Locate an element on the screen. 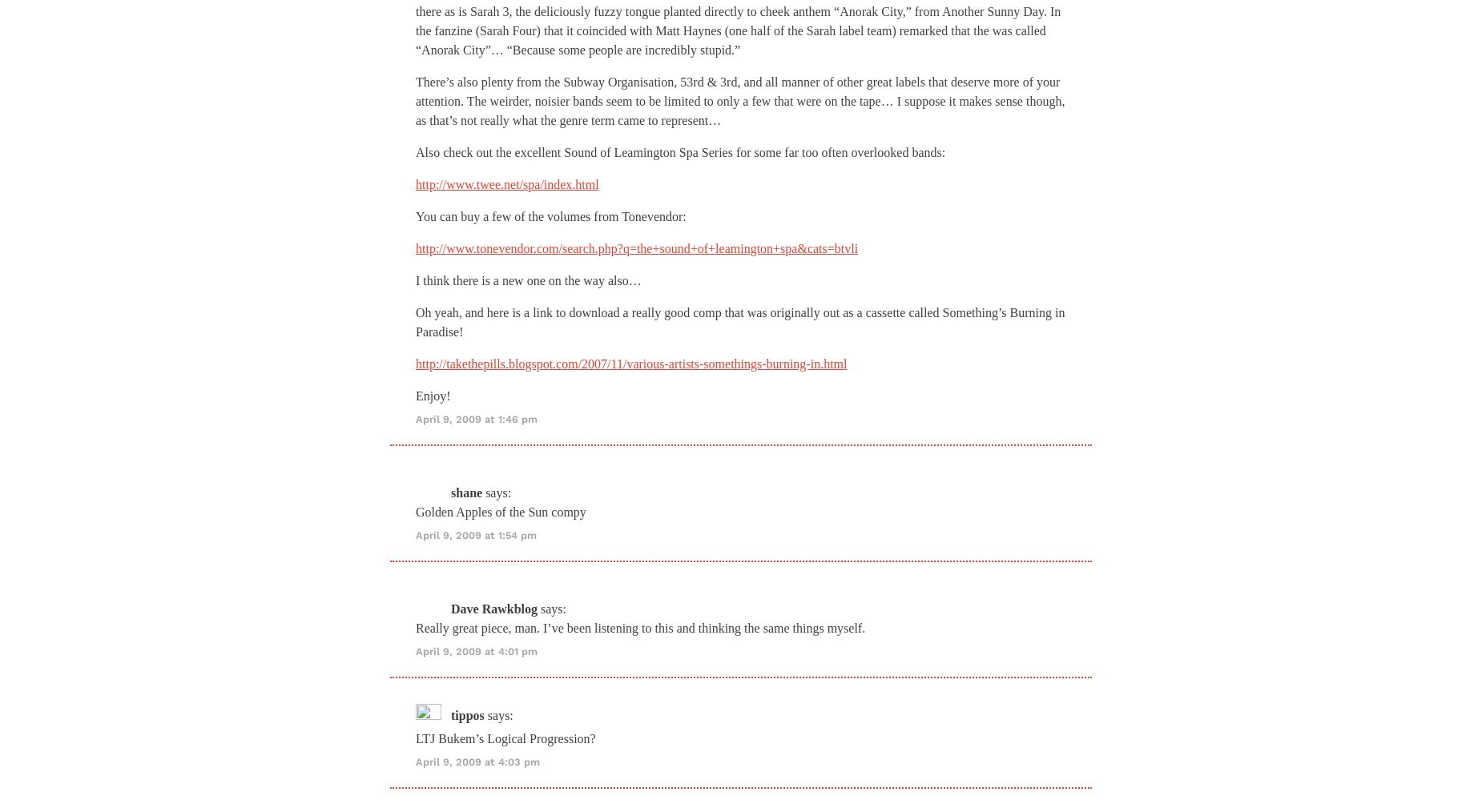 The height and width of the screenshot is (812, 1482). 'Also check out the excellent Sound of Leamington Spa Series for some far too often overlooked bands:' is located at coordinates (415, 151).